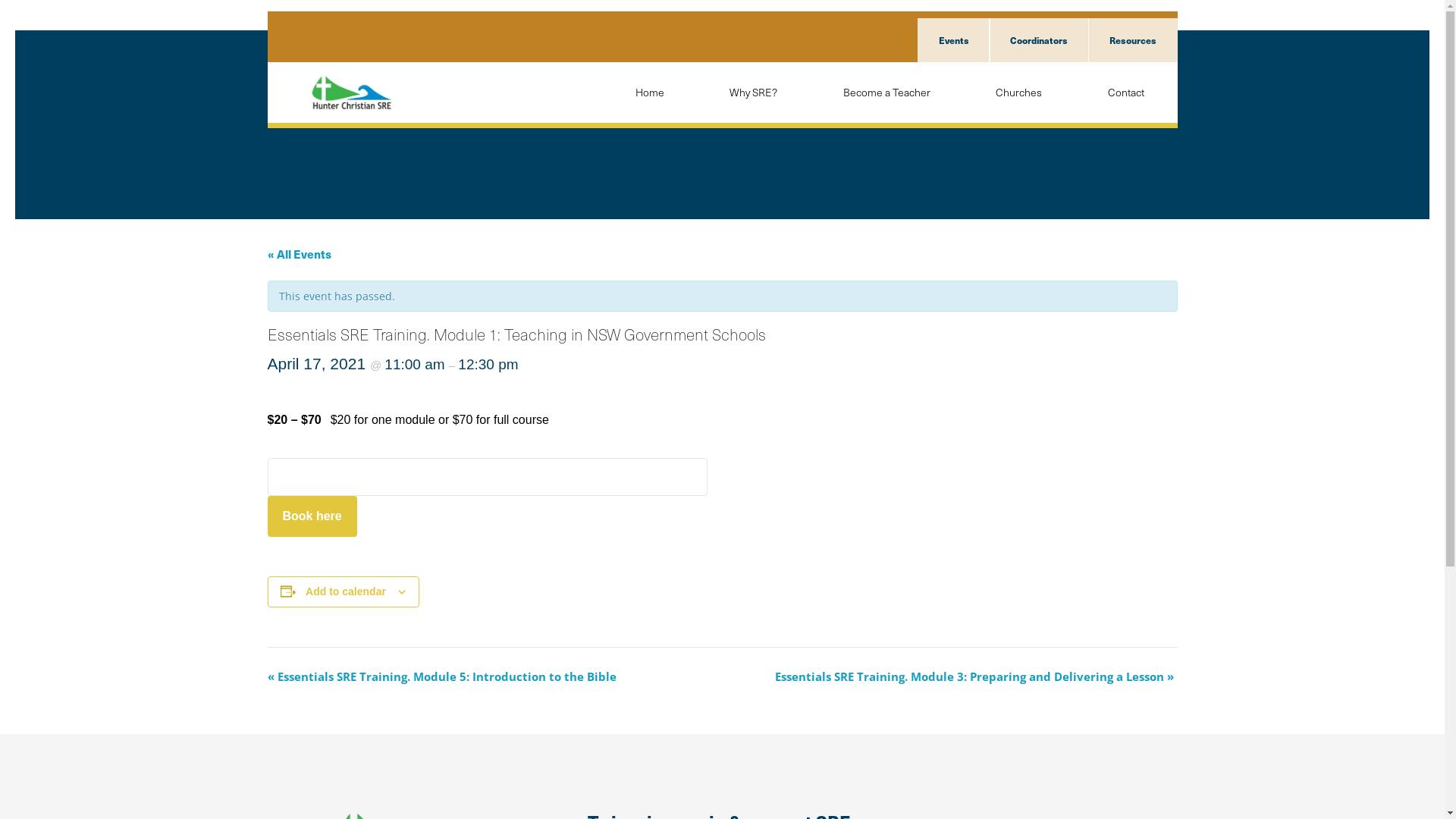 Image resolution: width=1456 pixels, height=819 pixels. Describe the element at coordinates (1018, 93) in the screenshot. I see `'Churches'` at that location.